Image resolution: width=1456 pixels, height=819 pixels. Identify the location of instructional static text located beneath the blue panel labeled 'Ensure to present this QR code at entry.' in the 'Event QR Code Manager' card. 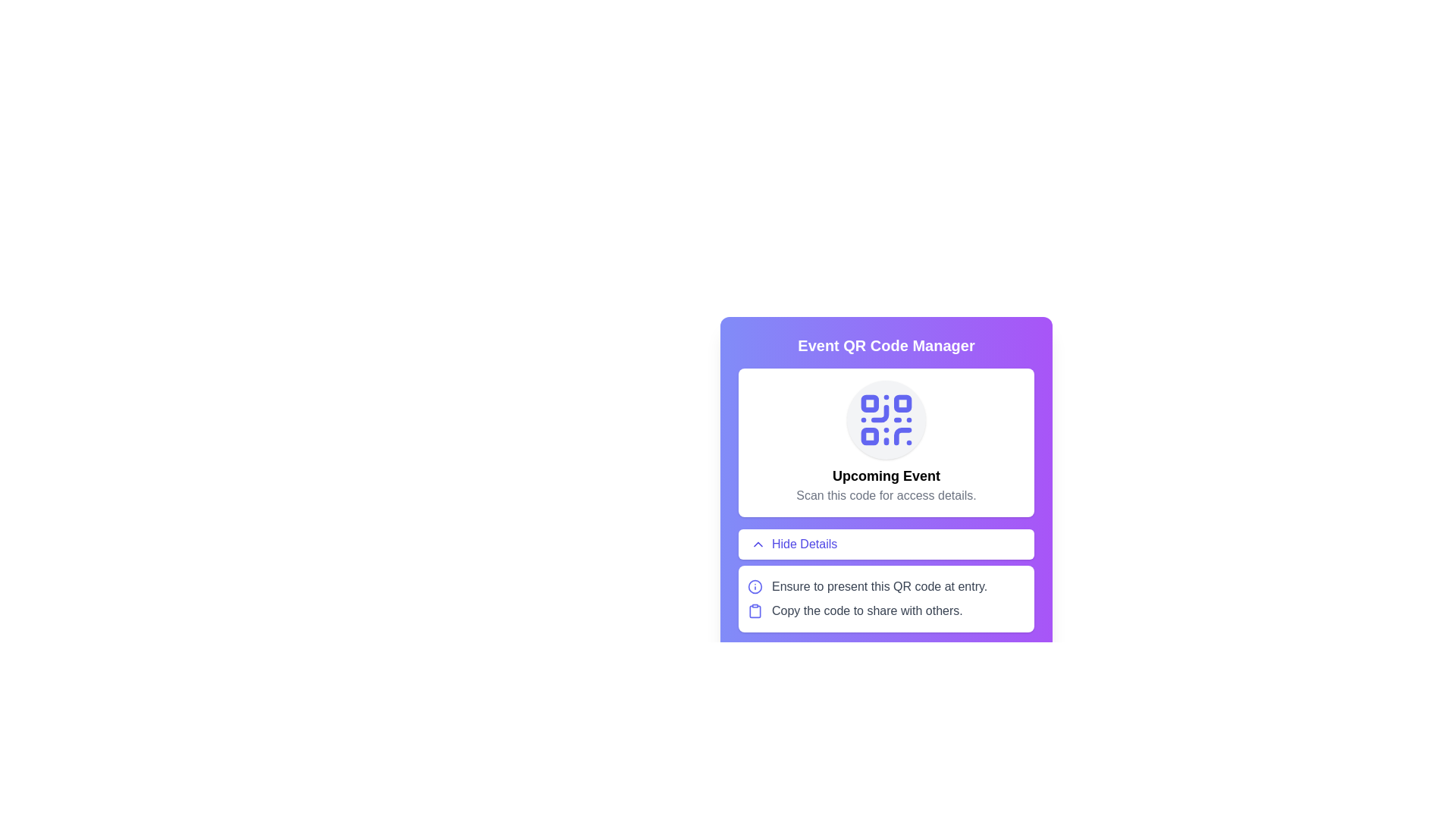
(867, 610).